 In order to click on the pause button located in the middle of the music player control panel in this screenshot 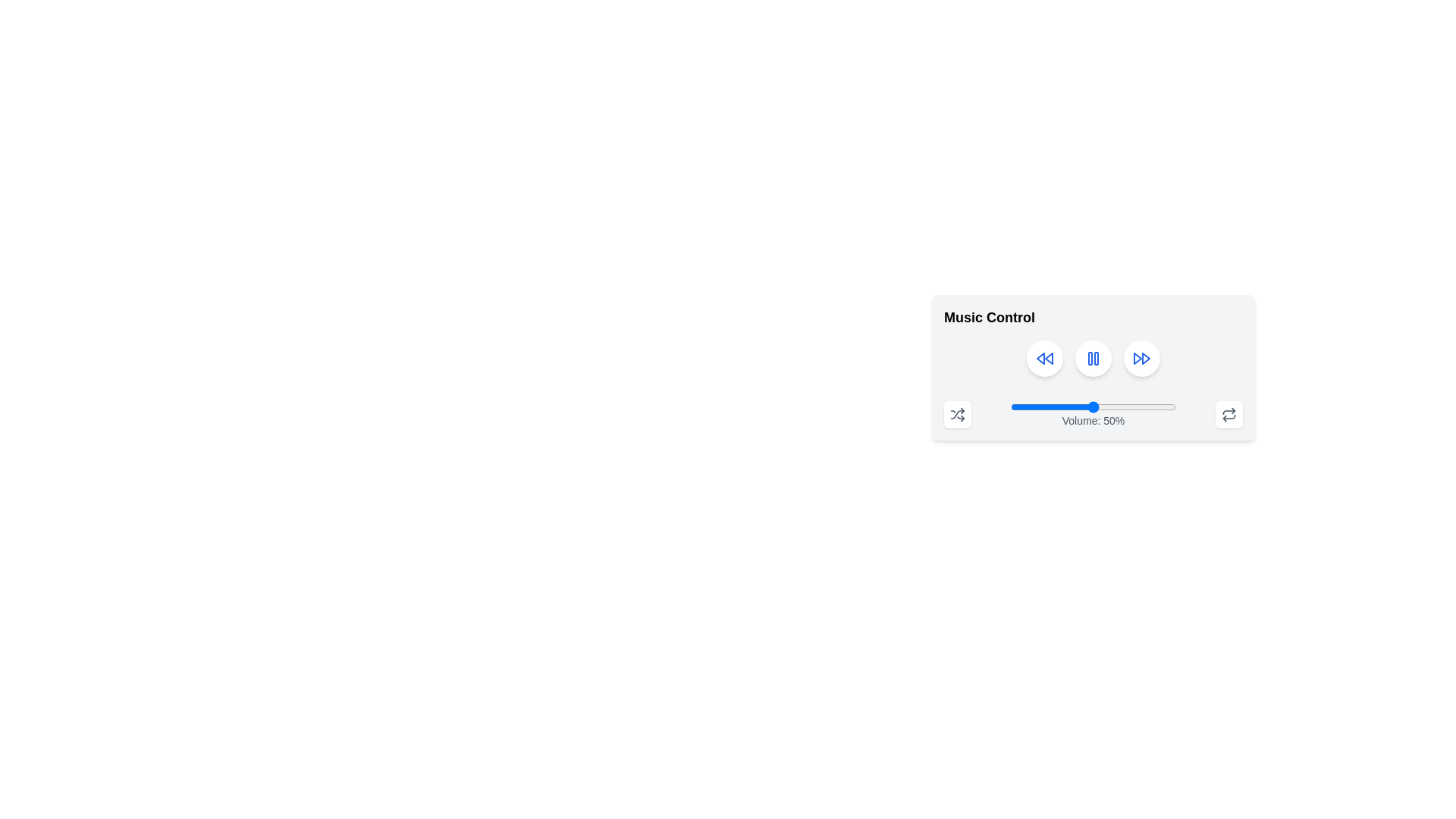, I will do `click(1093, 359)`.